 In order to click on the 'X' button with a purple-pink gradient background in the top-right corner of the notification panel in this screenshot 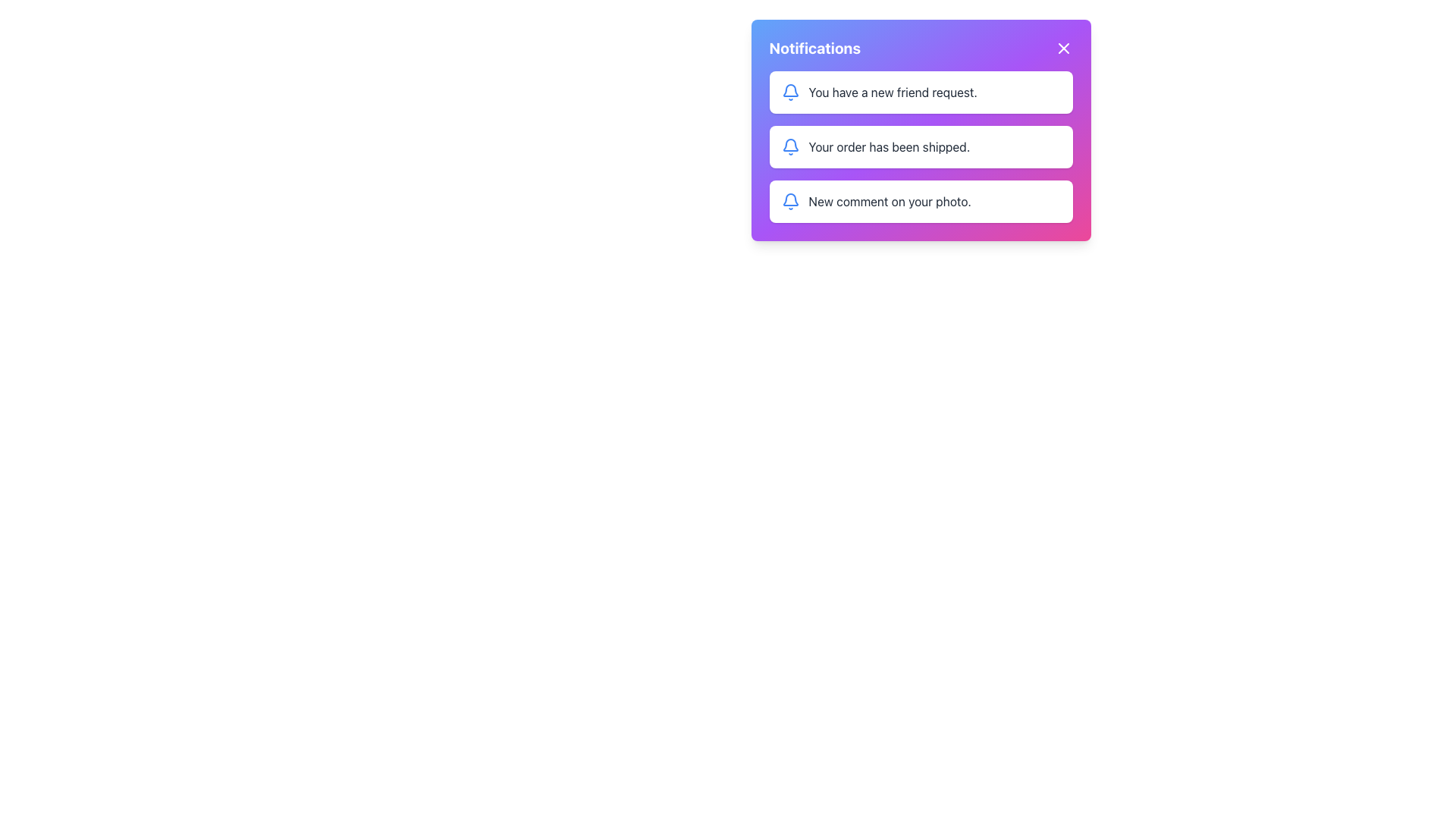, I will do `click(1062, 48)`.